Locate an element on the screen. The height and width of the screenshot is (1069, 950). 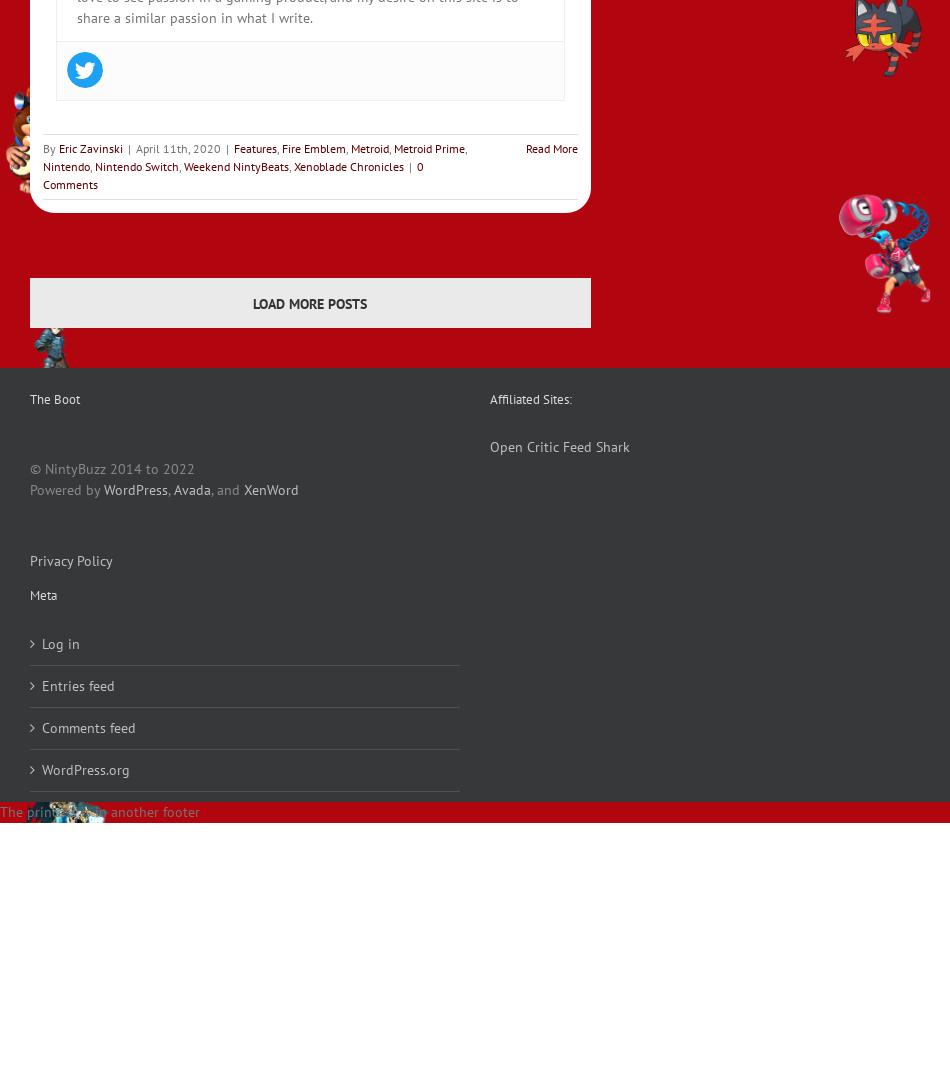
'Open Critic' is located at coordinates (524, 445).